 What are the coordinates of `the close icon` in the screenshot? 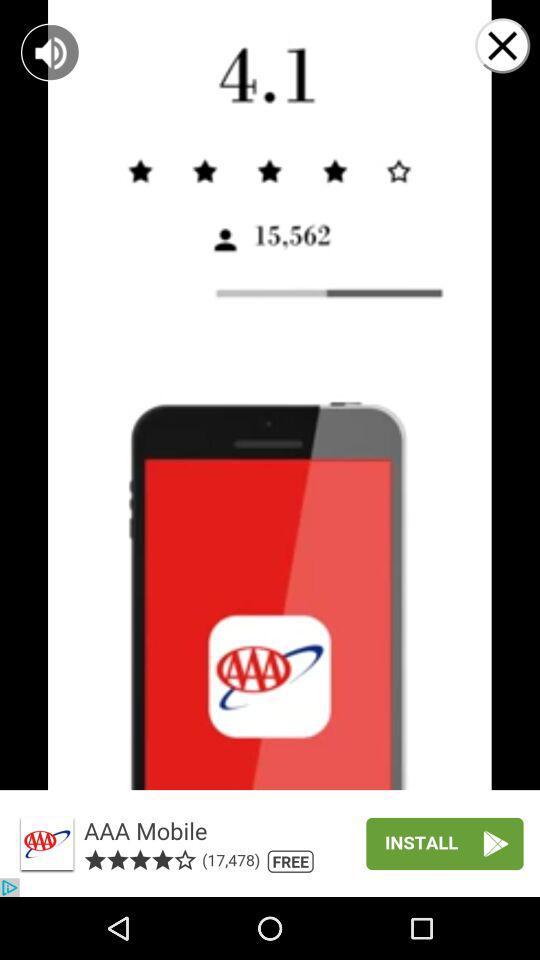 It's located at (270, 841).